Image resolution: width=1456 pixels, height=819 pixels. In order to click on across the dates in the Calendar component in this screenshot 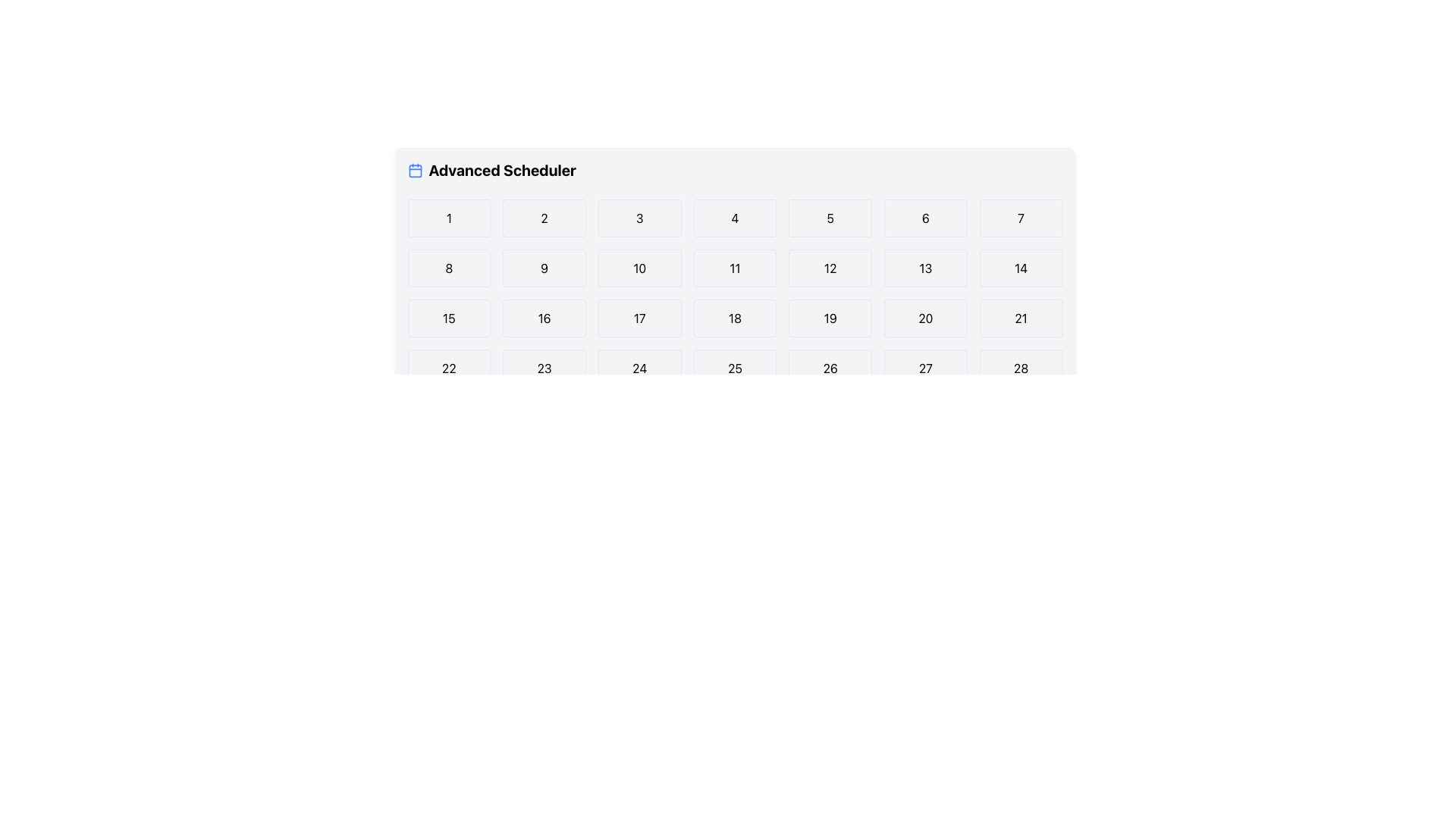, I will do `click(735, 298)`.